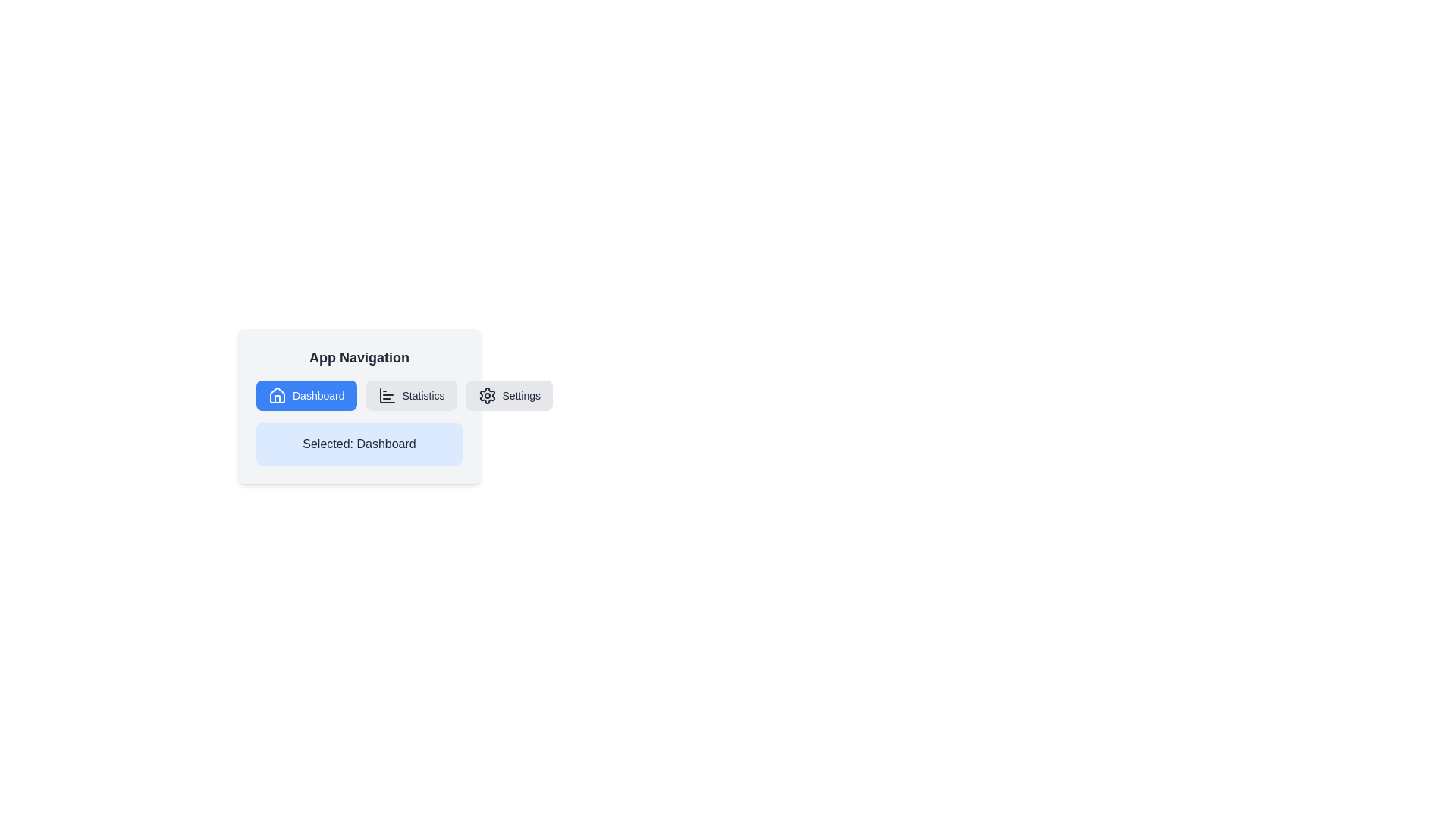  What do you see at coordinates (359, 357) in the screenshot?
I see `the text label 'App Navigation' which is bold, dark gray, and located at the top center of a card-like area` at bounding box center [359, 357].